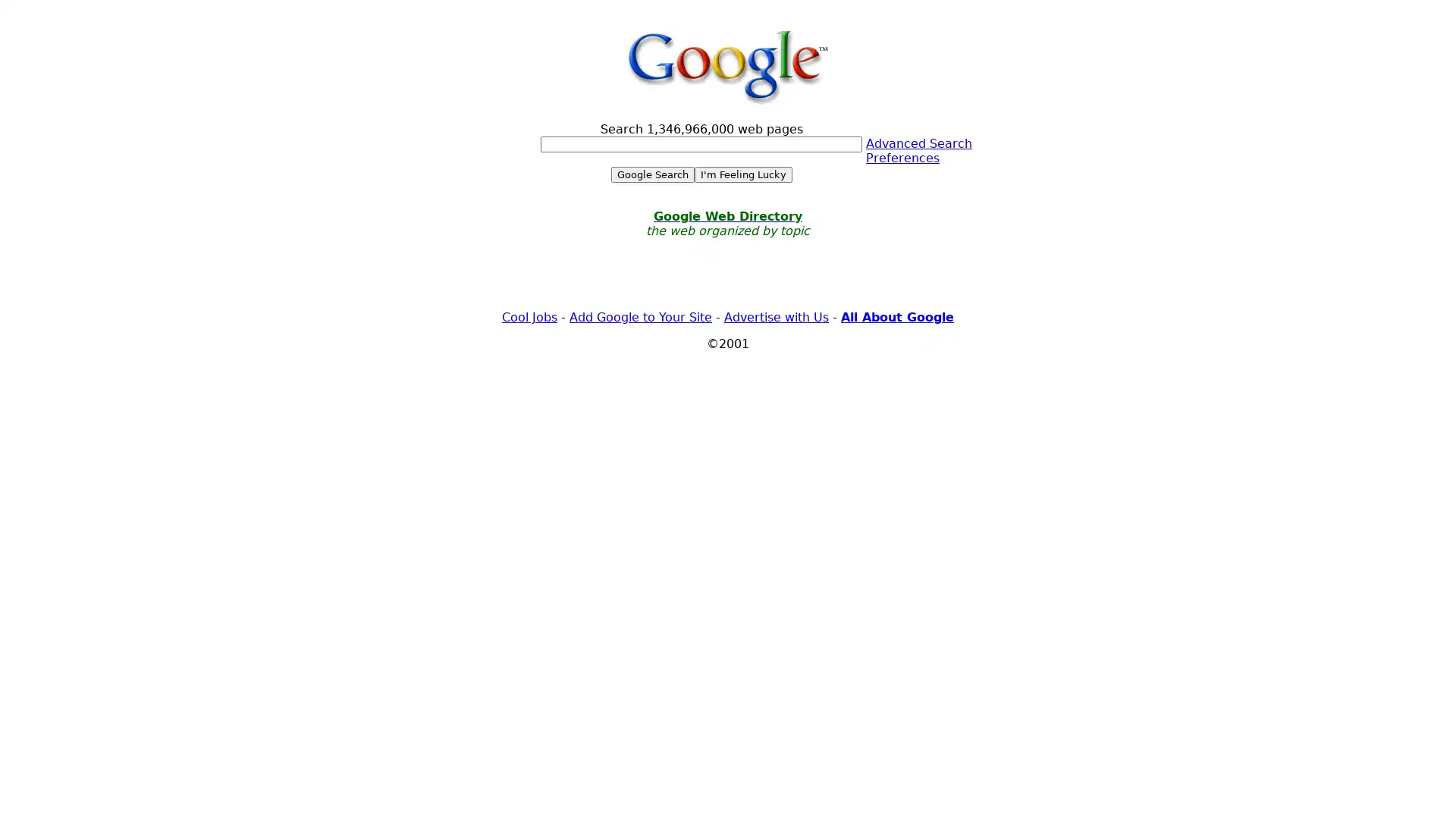 The height and width of the screenshot is (819, 1456). I want to click on Google Search, so click(651, 174).